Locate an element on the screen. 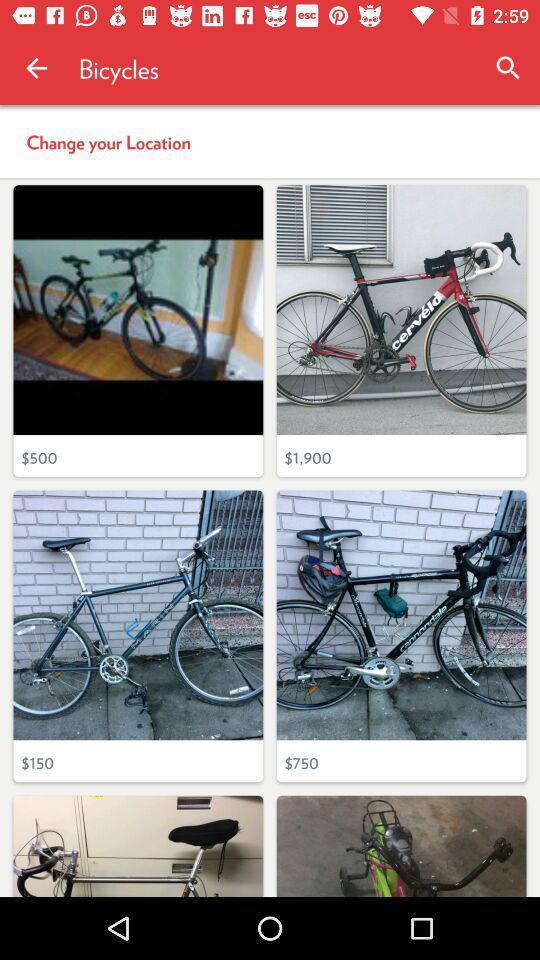 The image size is (540, 960). the icon above the change your location item is located at coordinates (508, 68).